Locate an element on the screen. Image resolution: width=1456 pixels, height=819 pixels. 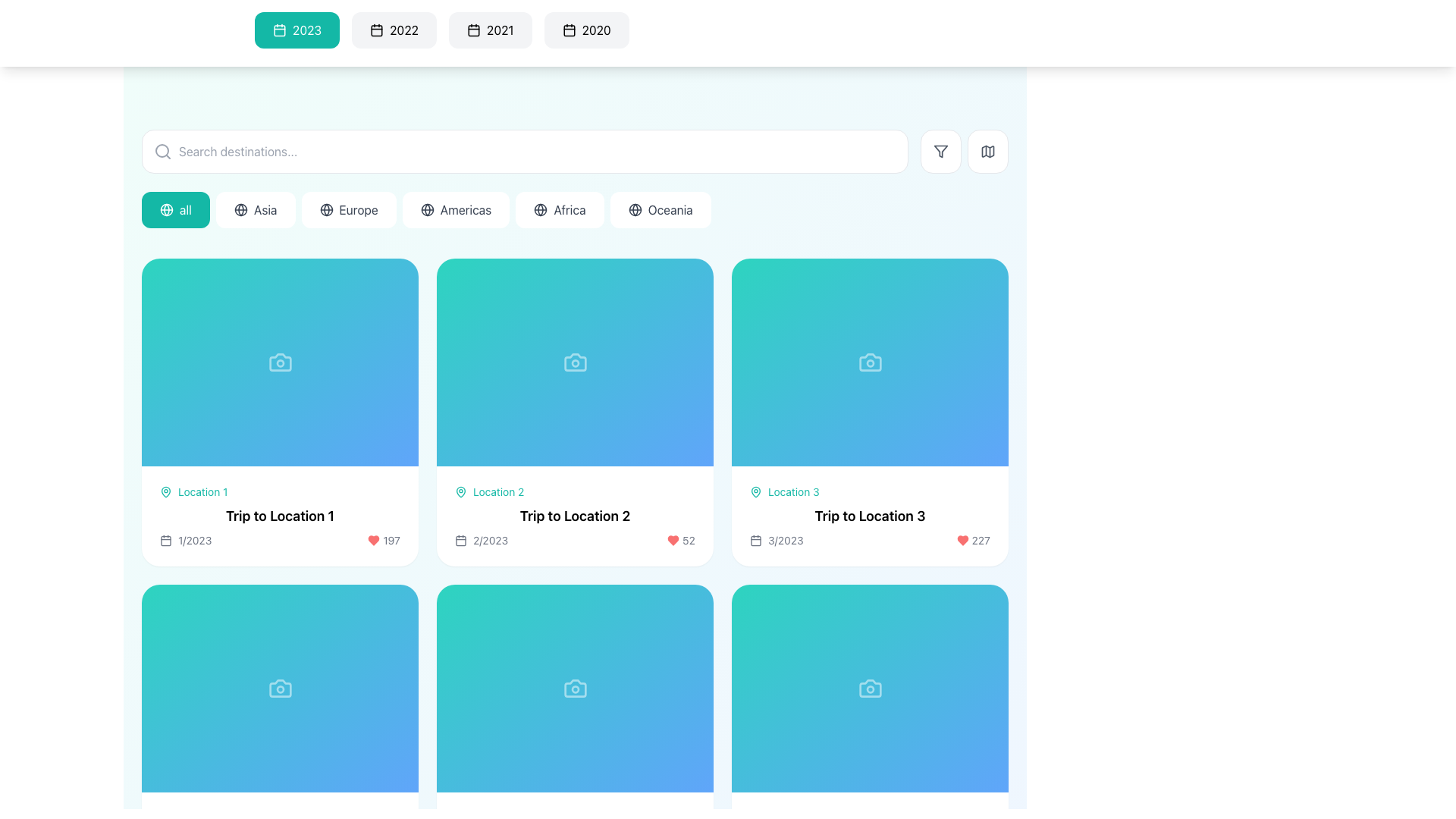
the button labeled '2022' with a calendar icon is located at coordinates (394, 30).